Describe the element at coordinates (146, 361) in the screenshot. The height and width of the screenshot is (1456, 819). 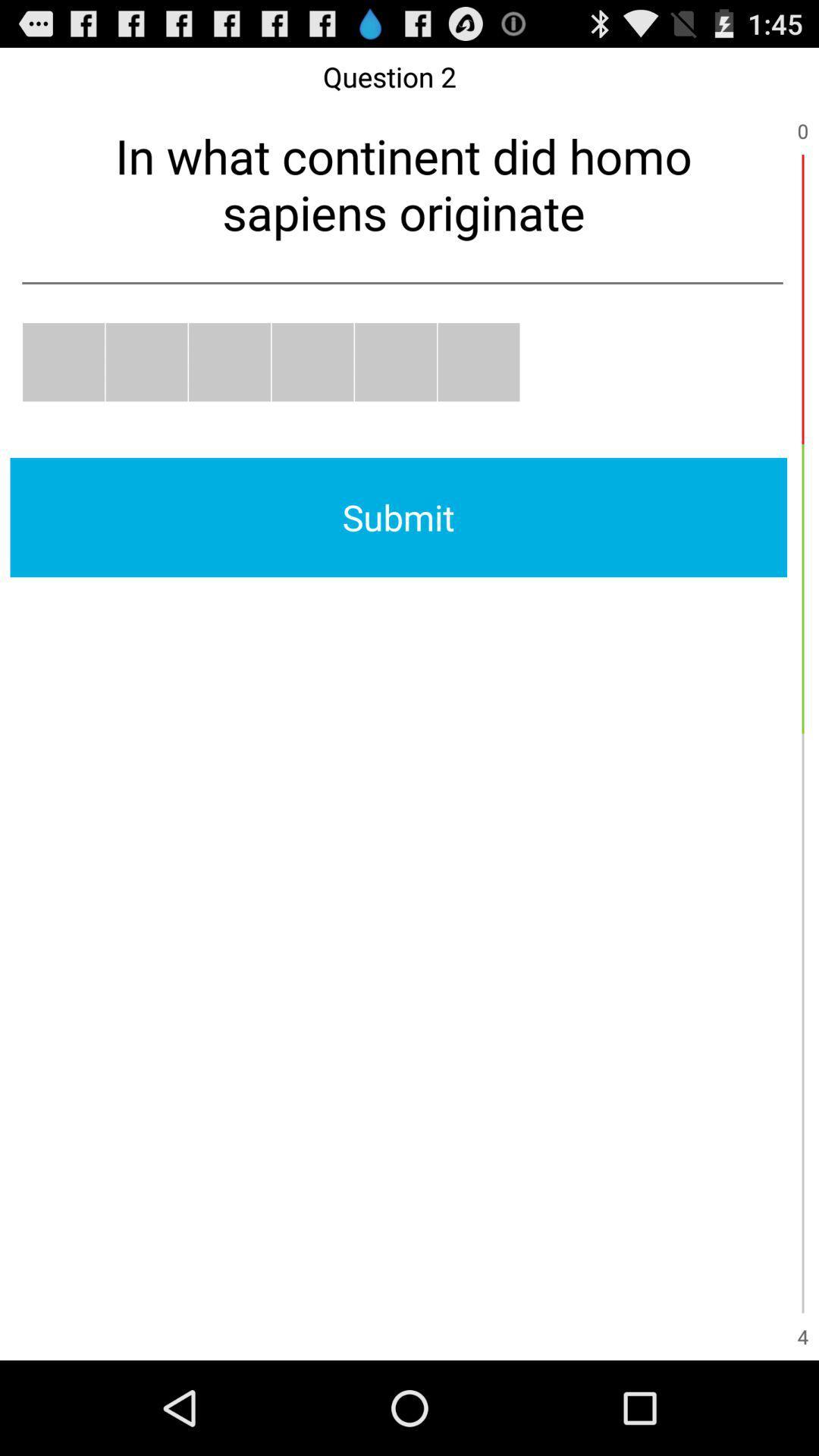
I see `the icon above the submit item` at that location.